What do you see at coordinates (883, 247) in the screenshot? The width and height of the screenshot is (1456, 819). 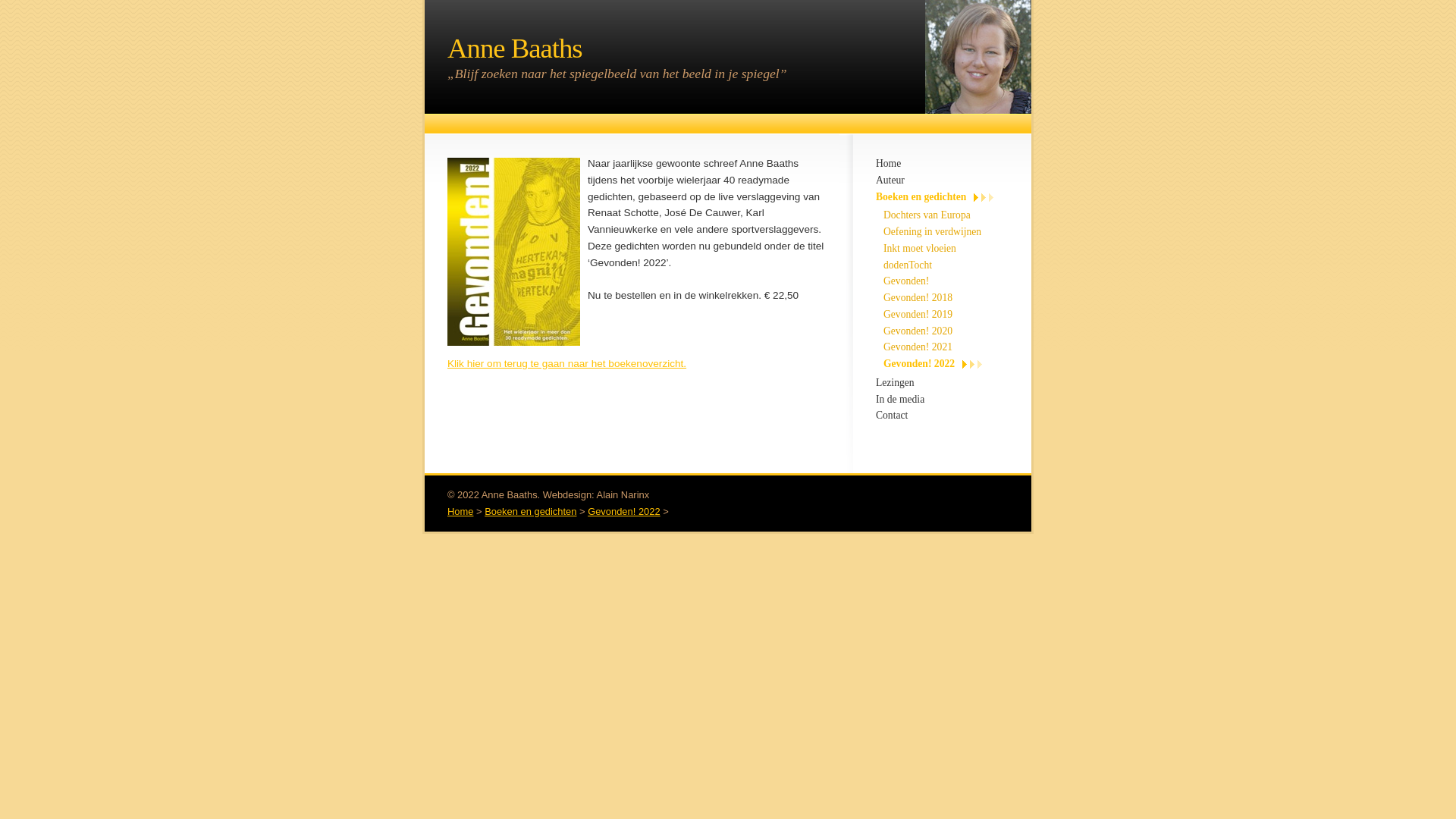 I see `'Inkt moet vloeien'` at bounding box center [883, 247].